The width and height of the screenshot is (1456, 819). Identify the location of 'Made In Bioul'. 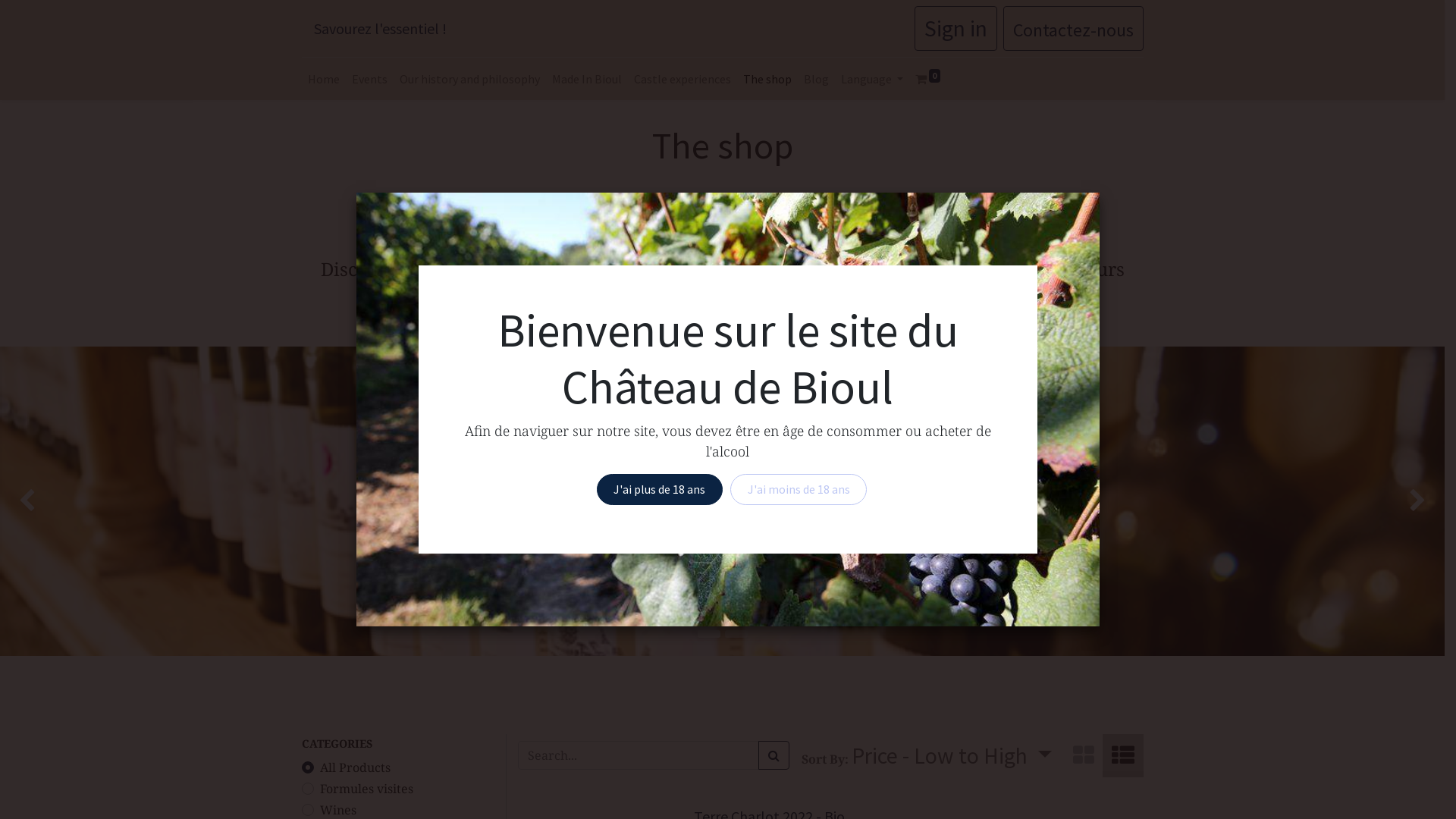
(585, 79).